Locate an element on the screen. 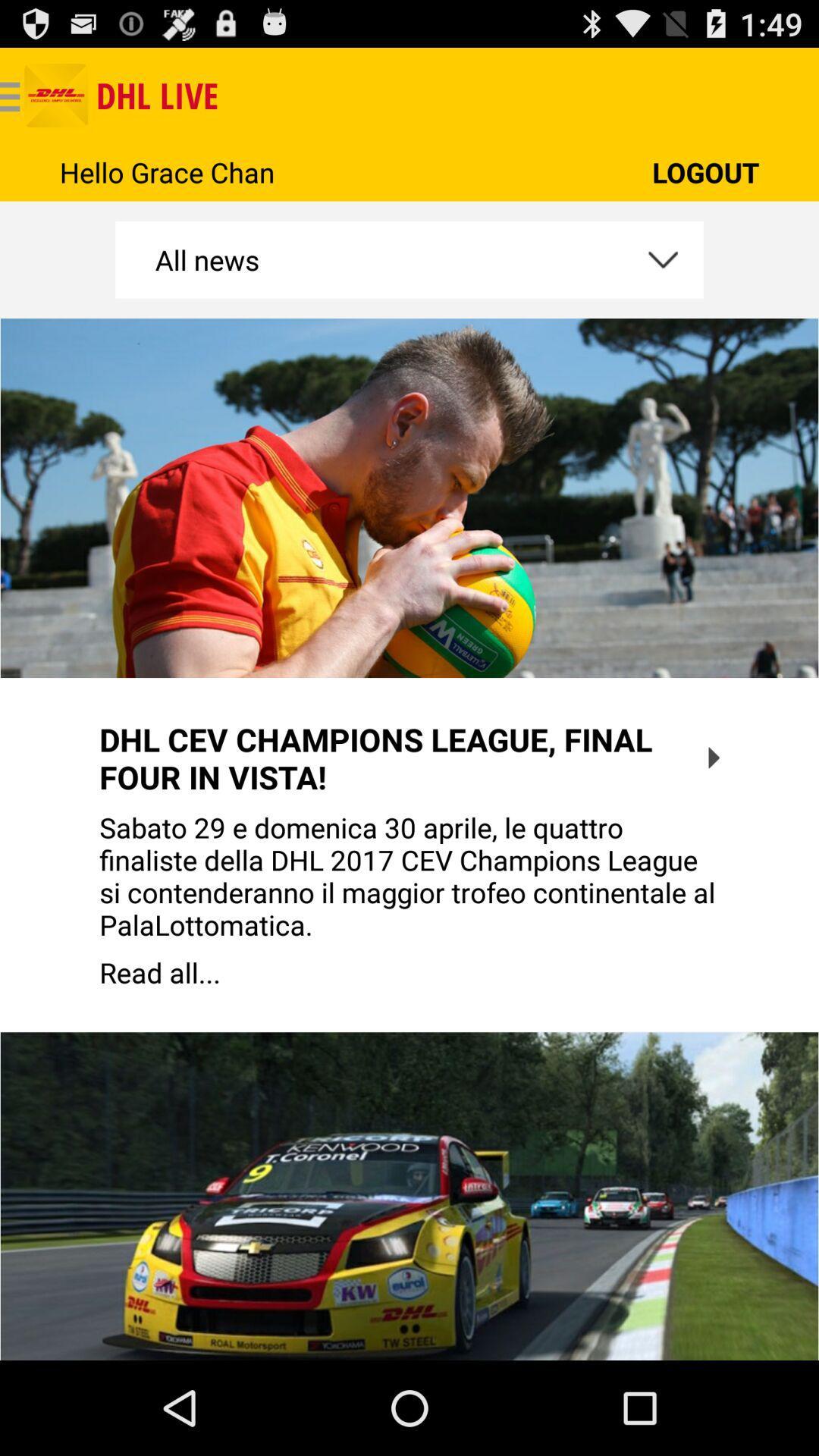 Image resolution: width=819 pixels, height=1456 pixels. the read all... is located at coordinates (409, 972).